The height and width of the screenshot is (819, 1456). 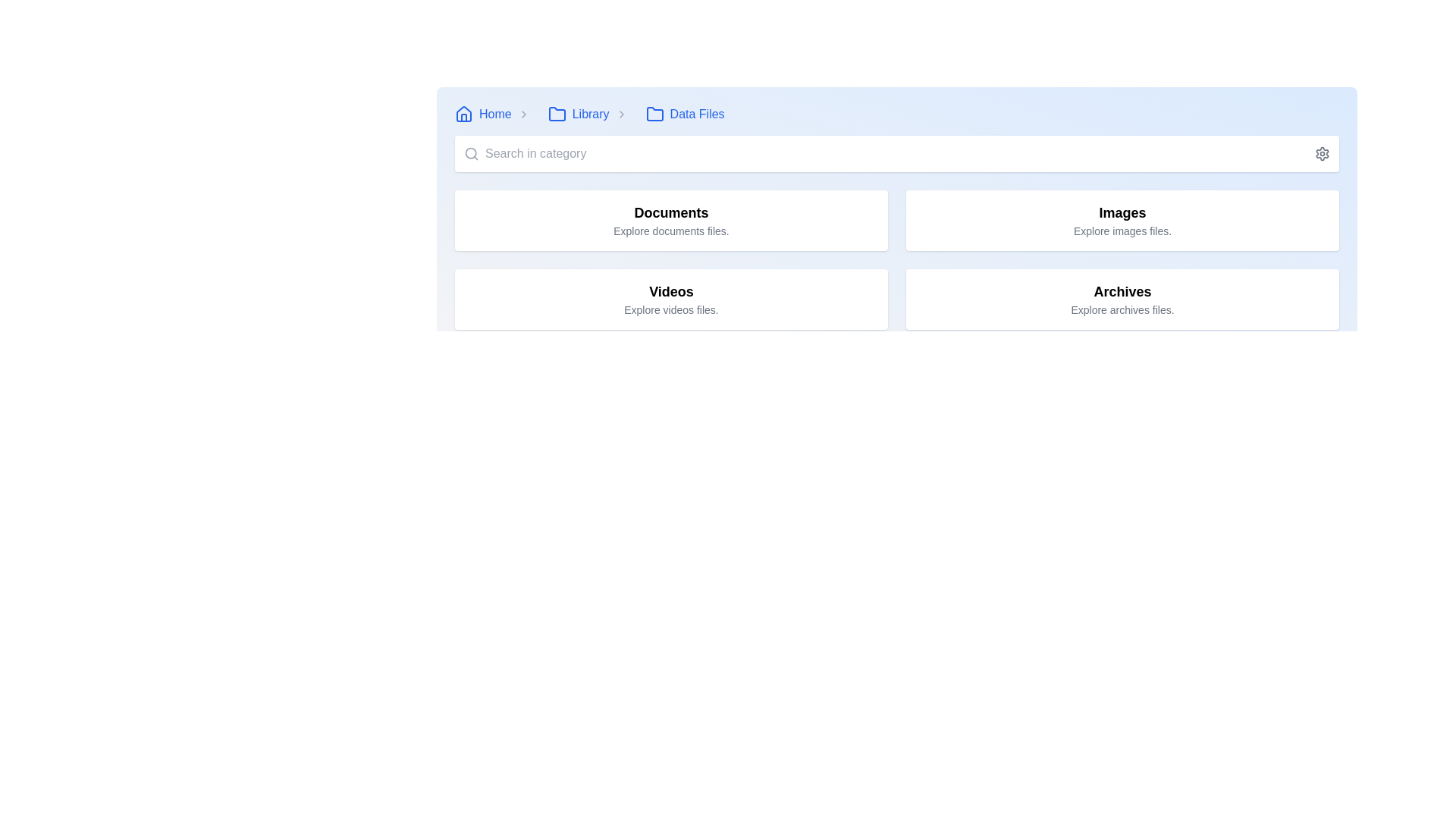 What do you see at coordinates (654, 113) in the screenshot?
I see `the 'Data Files' breadcrumb icon located at the top of the interface, which serves as a visual representation of the current navigation point` at bounding box center [654, 113].